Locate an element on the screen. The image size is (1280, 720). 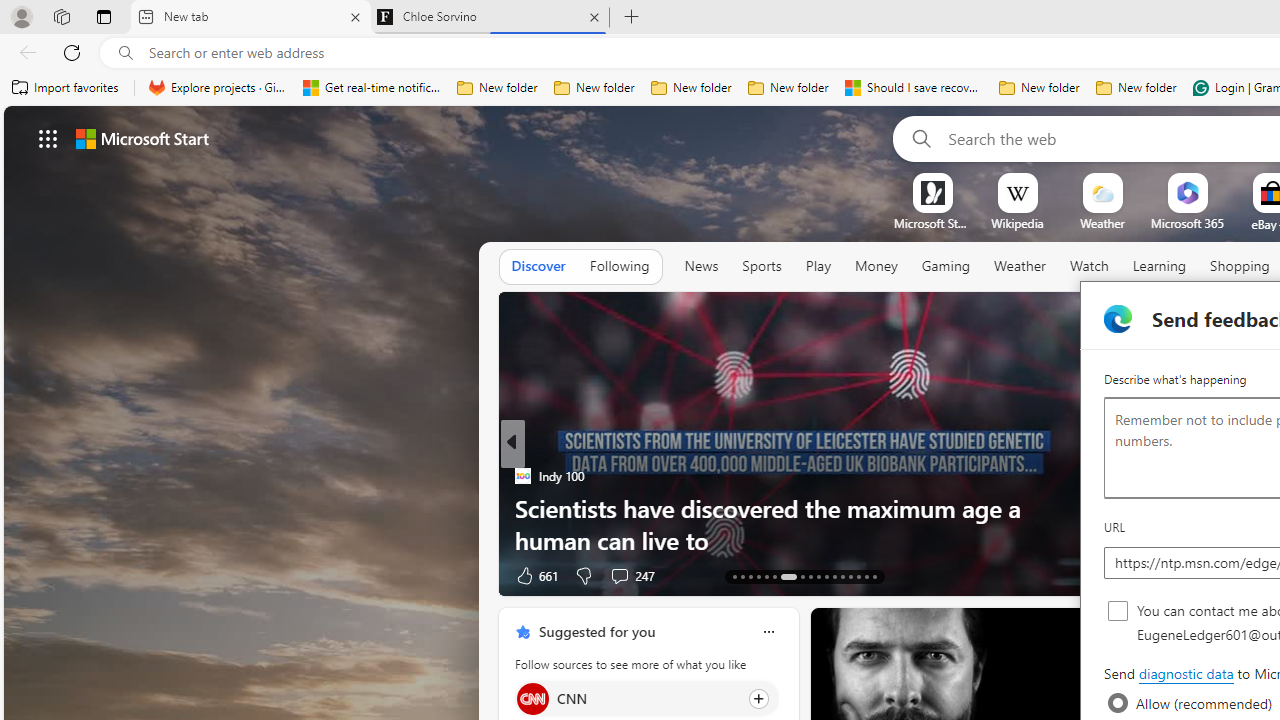
'CNN' is located at coordinates (532, 697).